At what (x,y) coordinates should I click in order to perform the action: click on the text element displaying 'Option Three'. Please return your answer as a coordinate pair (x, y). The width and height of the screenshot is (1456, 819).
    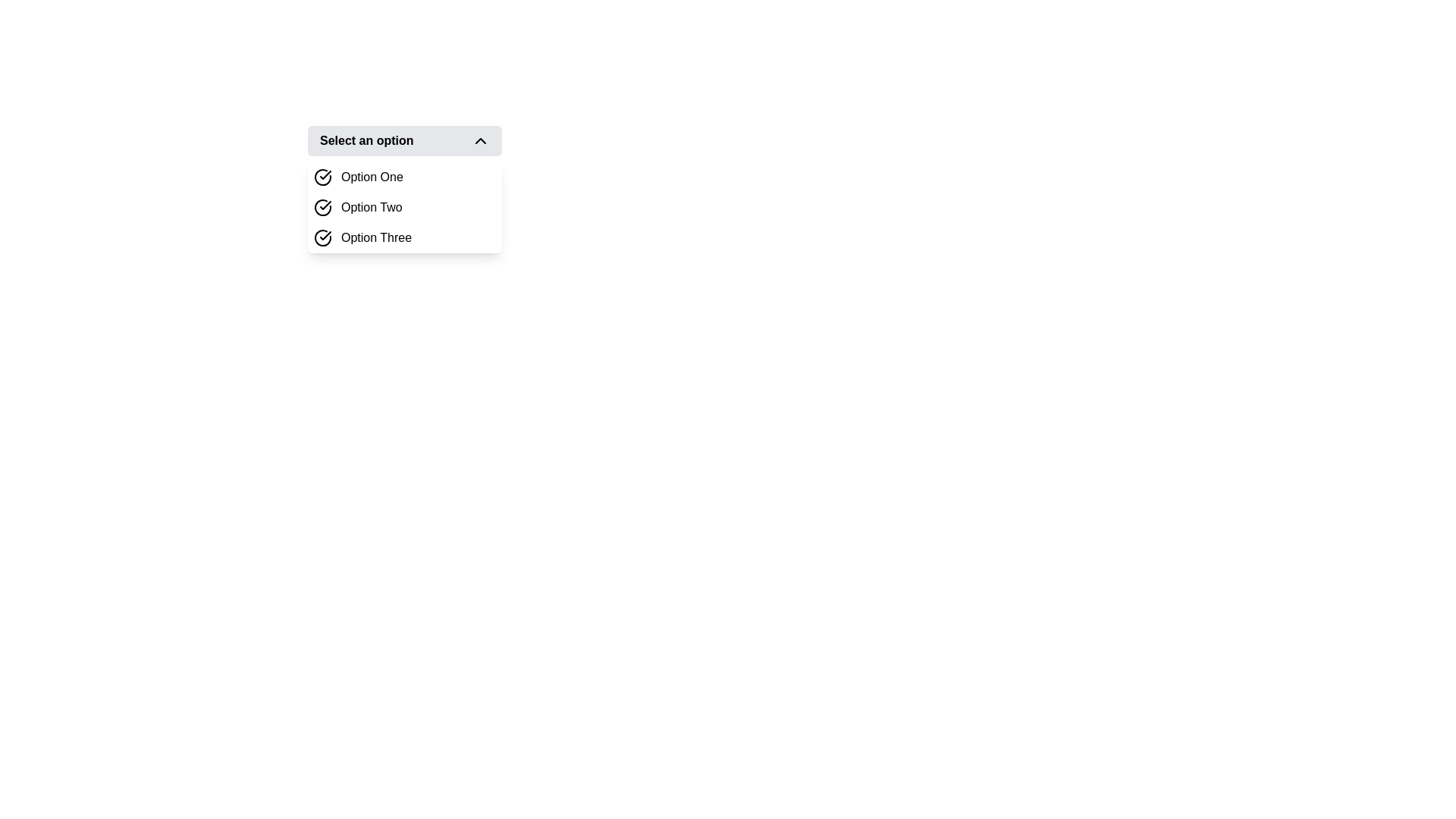
    Looking at the image, I should click on (376, 237).